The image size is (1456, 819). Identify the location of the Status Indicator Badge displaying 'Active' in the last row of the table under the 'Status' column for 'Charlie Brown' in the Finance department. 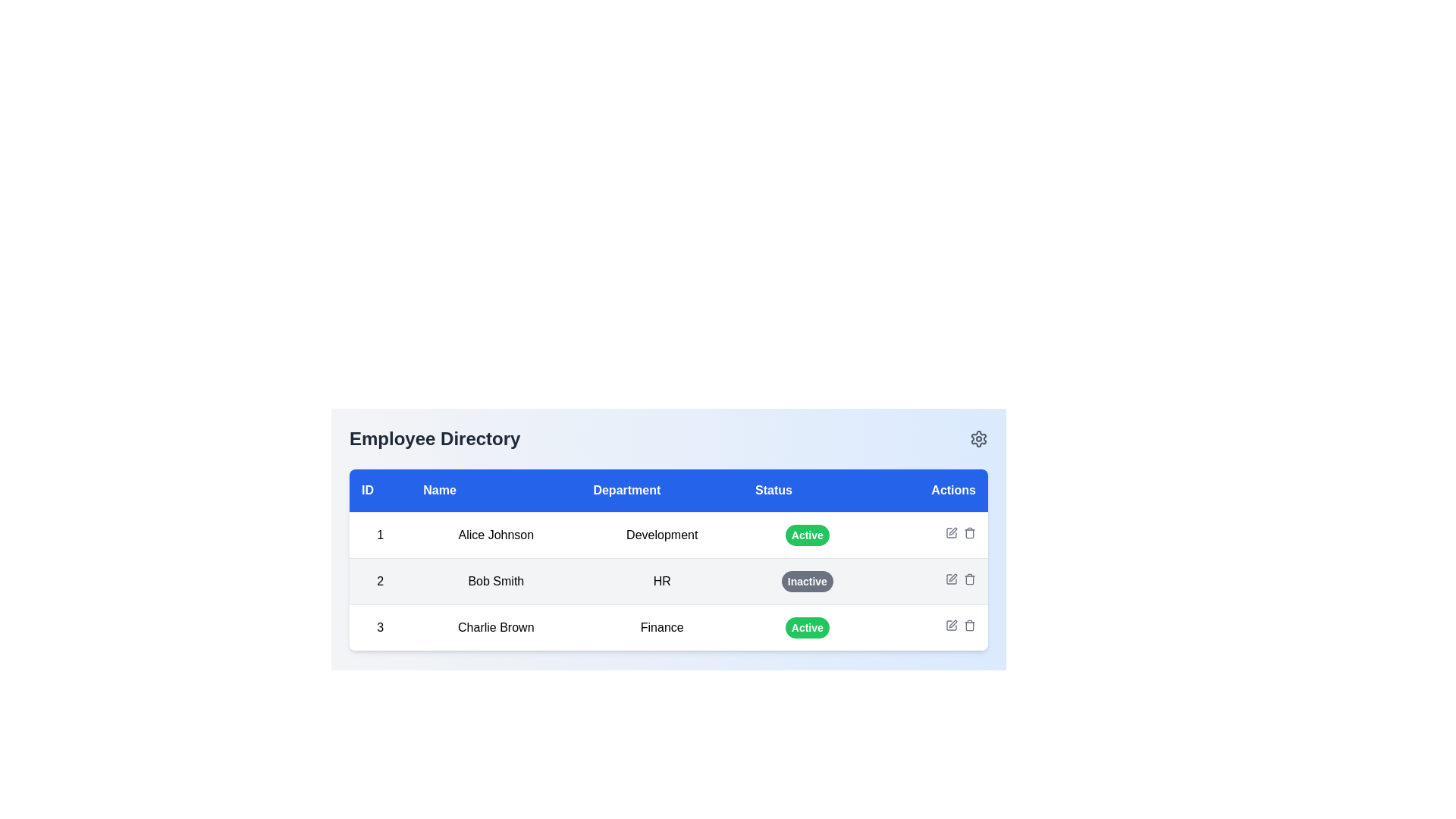
(806, 627).